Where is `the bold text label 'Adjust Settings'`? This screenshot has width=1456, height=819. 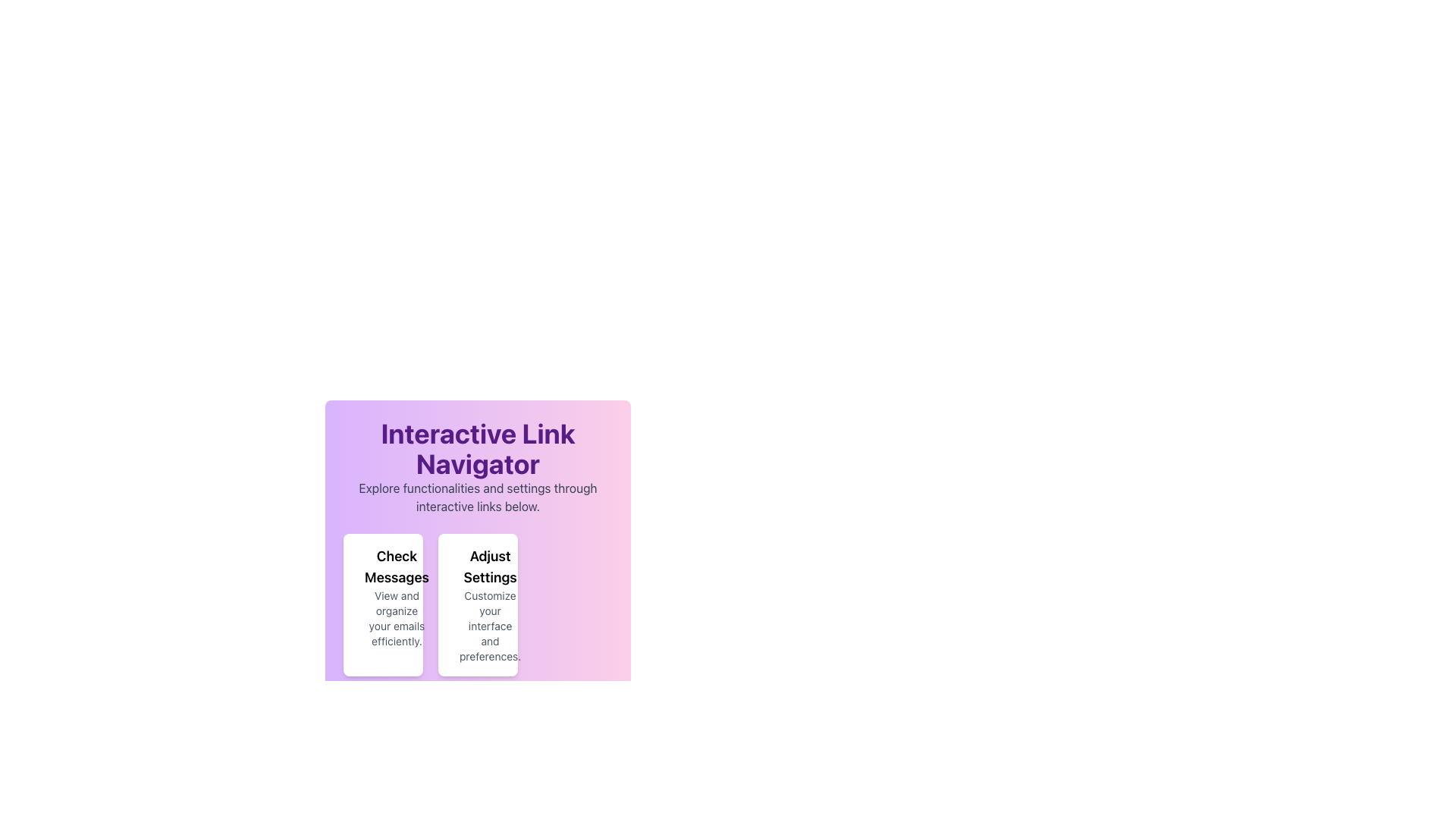 the bold text label 'Adjust Settings' is located at coordinates (490, 567).